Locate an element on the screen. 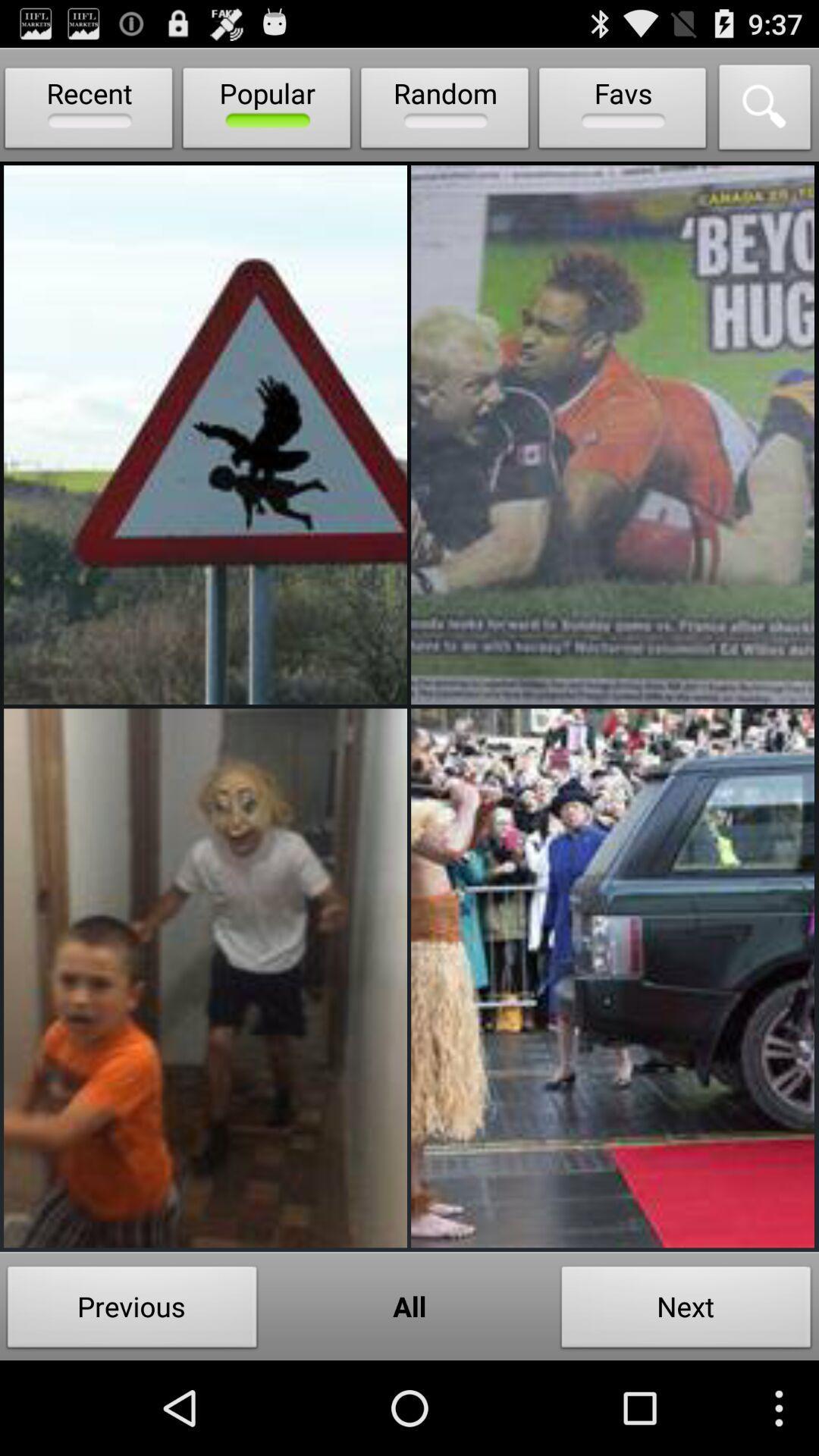 This screenshot has width=819, height=1456. button next to next item is located at coordinates (409, 1305).